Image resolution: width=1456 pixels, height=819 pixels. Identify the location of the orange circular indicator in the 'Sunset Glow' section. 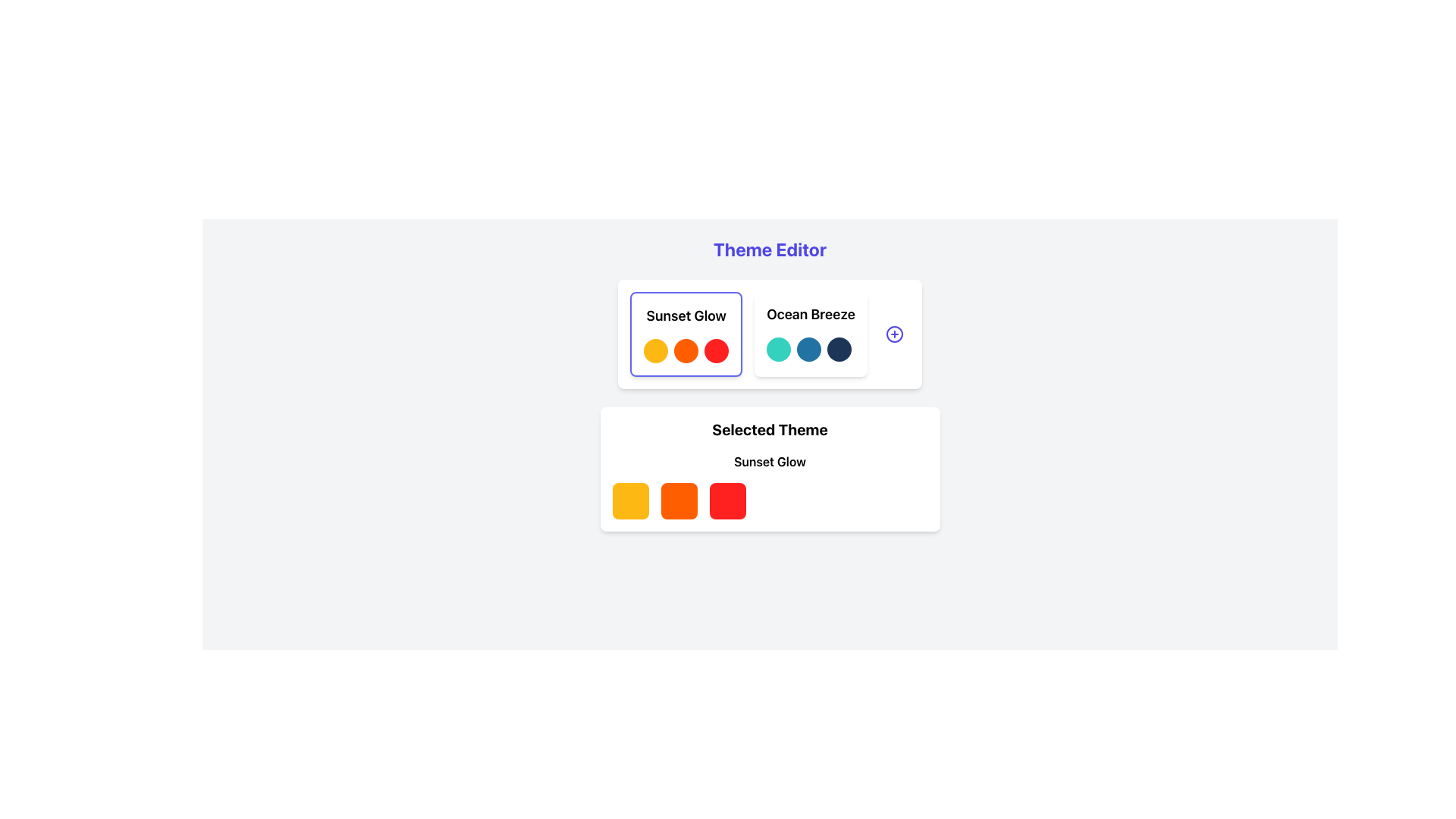
(686, 350).